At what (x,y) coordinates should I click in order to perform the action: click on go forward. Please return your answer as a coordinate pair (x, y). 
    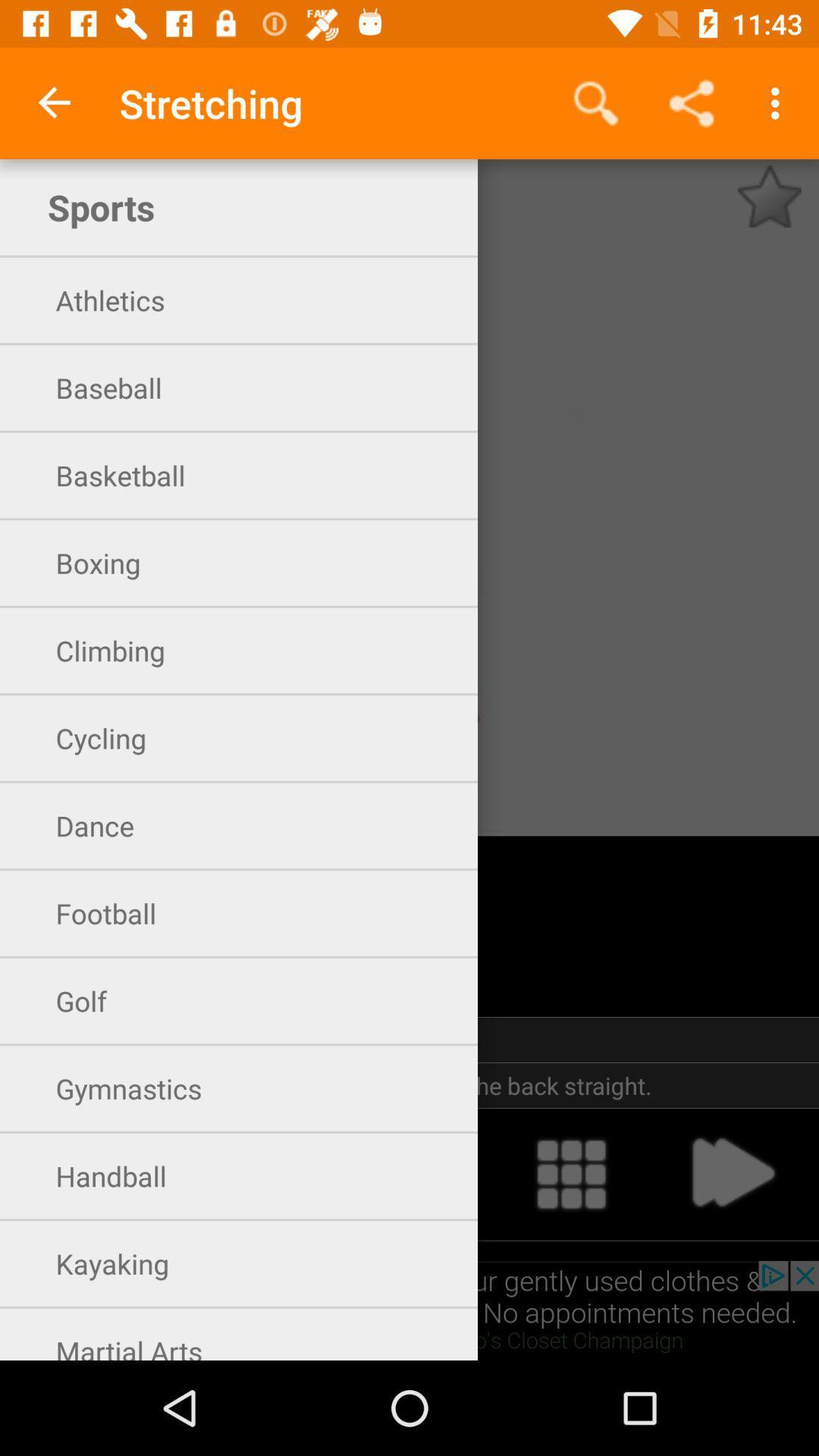
    Looking at the image, I should click on (731, 1173).